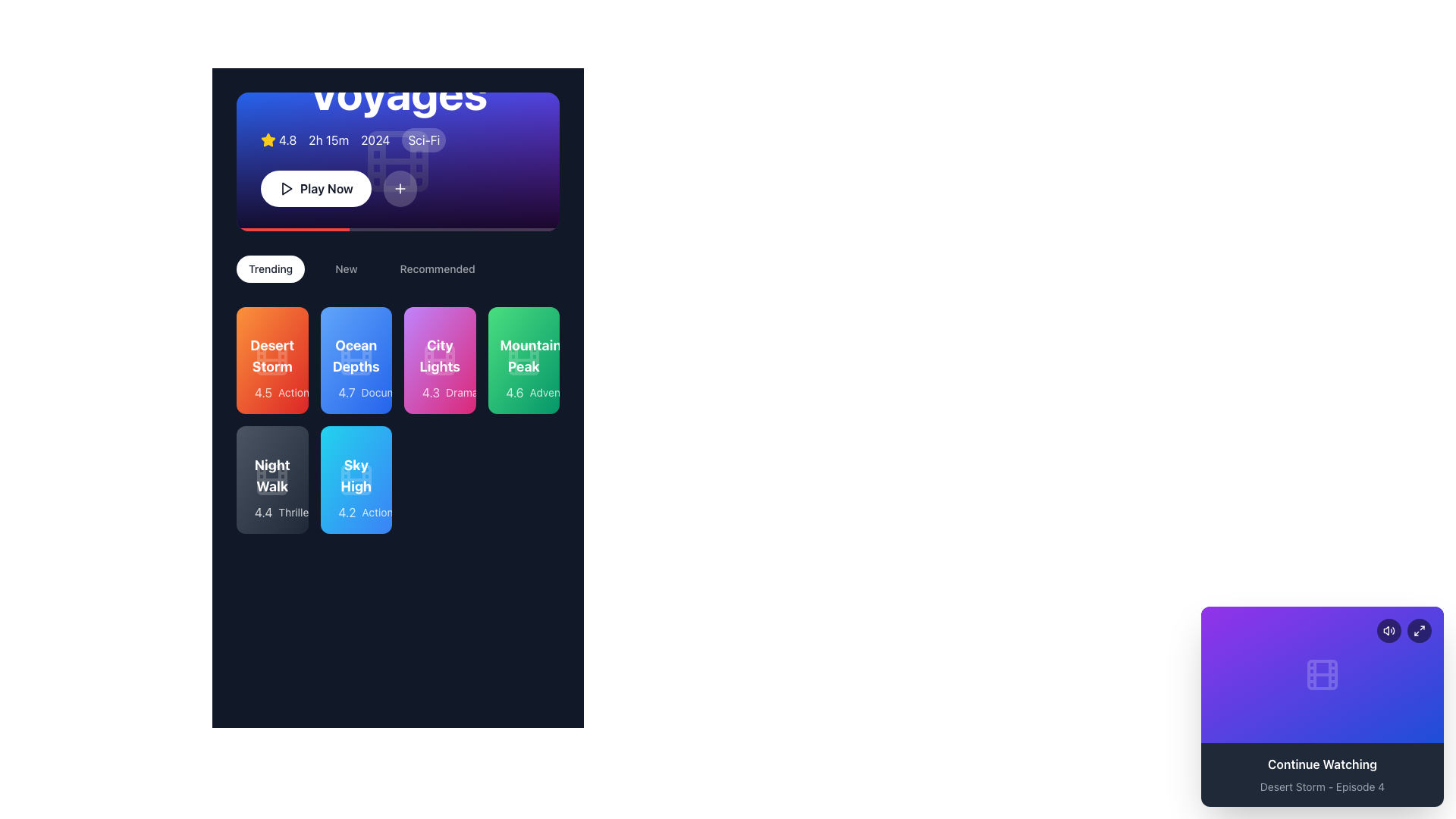 This screenshot has width=1456, height=819. I want to click on the Composite text element displaying the rating '4.6' and genre 'Adventure' with a yellow star icon, located beneath the title 'Mountain Peak' in the green card, so click(523, 392).